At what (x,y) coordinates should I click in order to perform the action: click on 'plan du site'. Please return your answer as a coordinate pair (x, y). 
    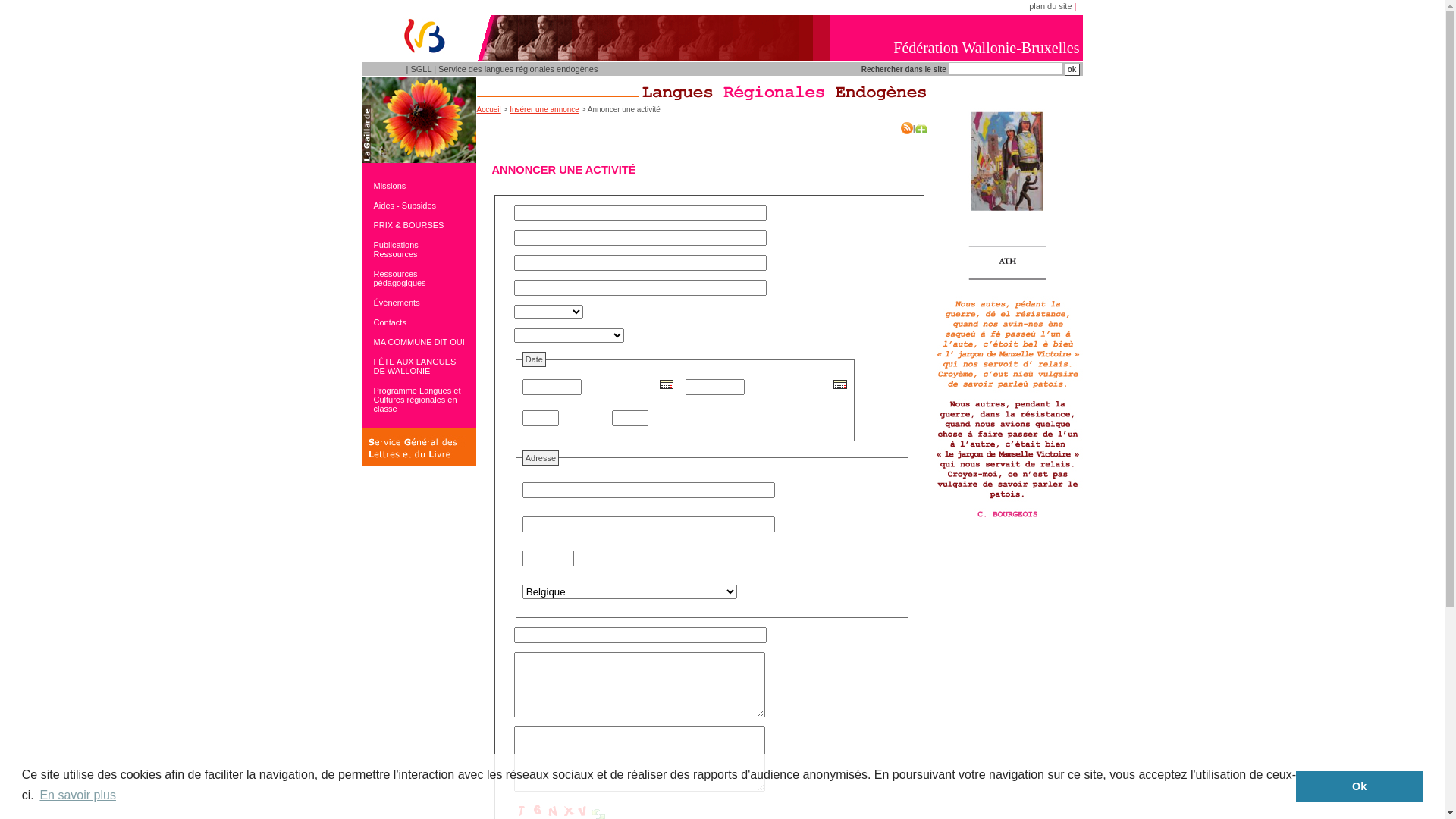
    Looking at the image, I should click on (1029, 5).